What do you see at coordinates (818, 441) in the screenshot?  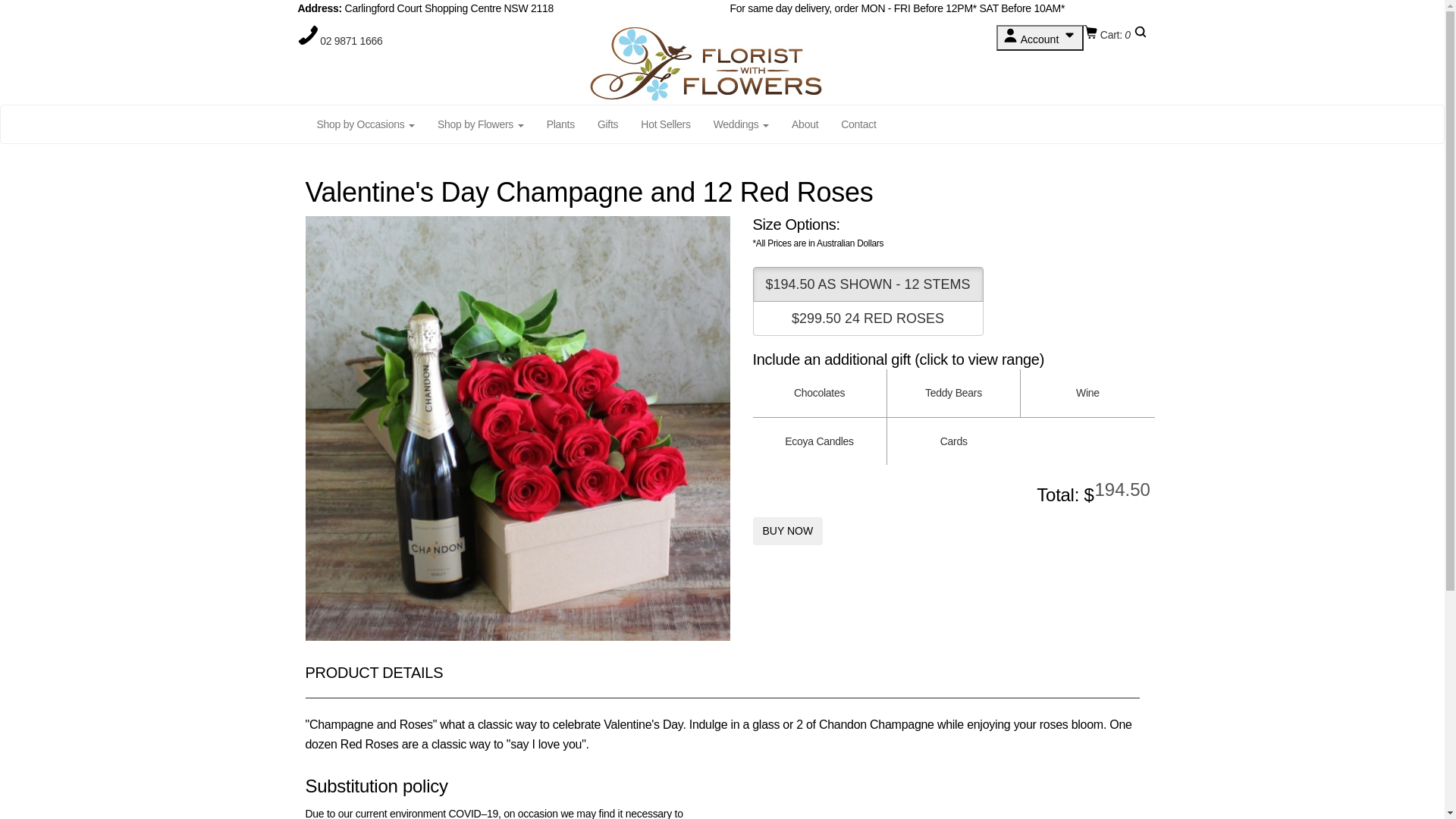 I see `'Ecoya Candles'` at bounding box center [818, 441].